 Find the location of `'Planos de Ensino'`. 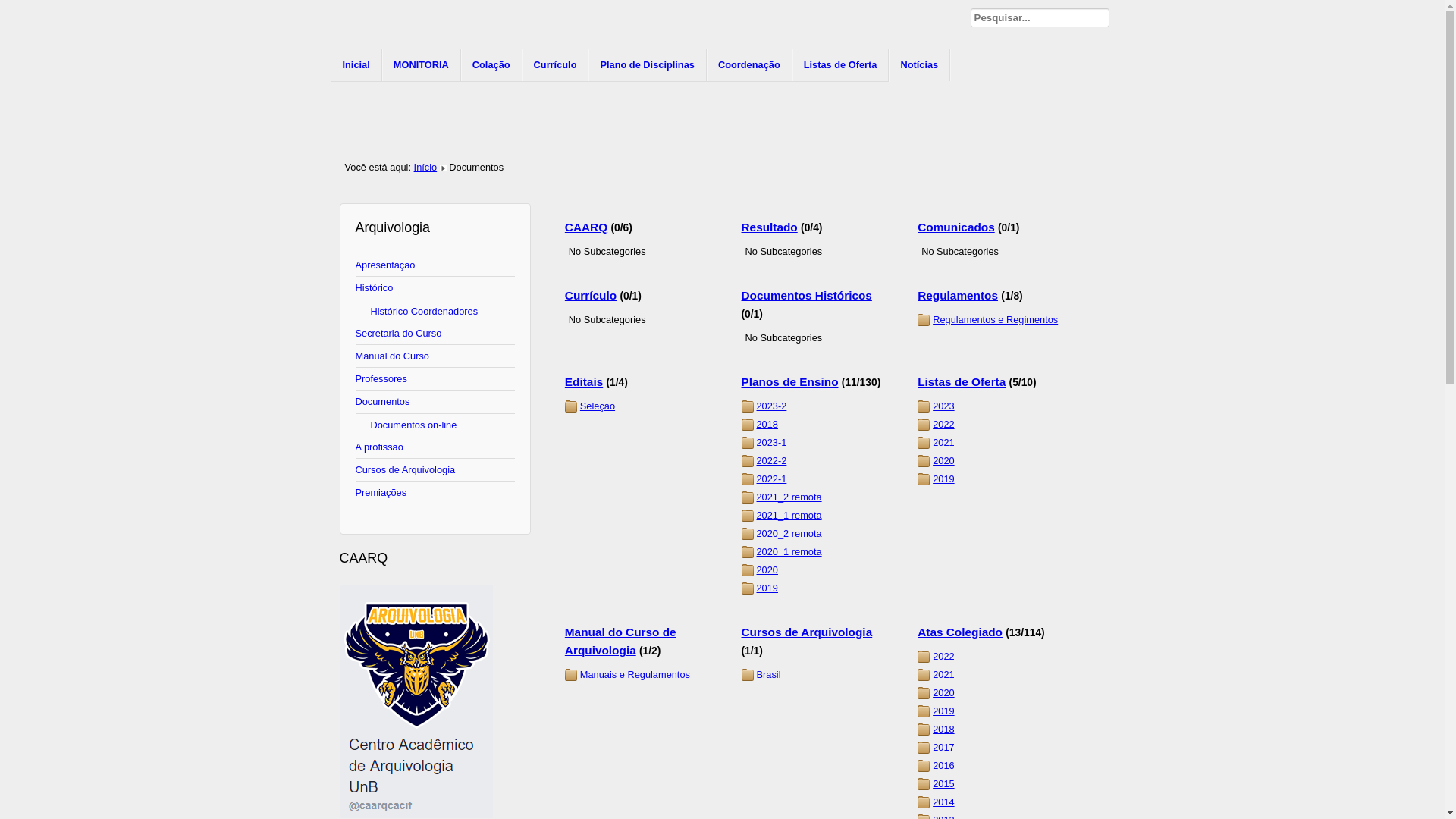

'Planos de Ensino' is located at coordinates (789, 381).